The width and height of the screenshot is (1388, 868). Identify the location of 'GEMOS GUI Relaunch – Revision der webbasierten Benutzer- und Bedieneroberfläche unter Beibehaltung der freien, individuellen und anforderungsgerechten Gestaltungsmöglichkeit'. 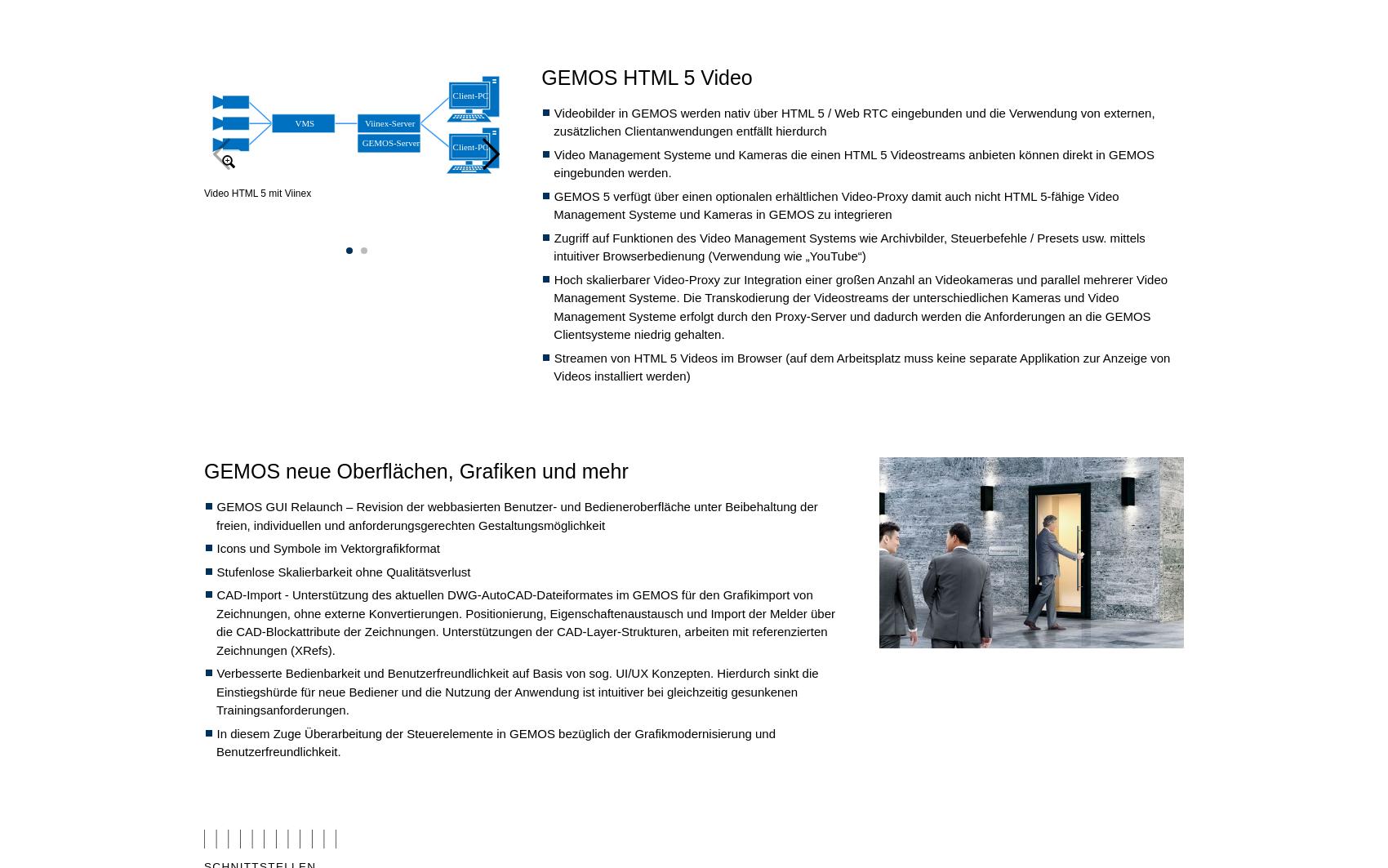
(516, 514).